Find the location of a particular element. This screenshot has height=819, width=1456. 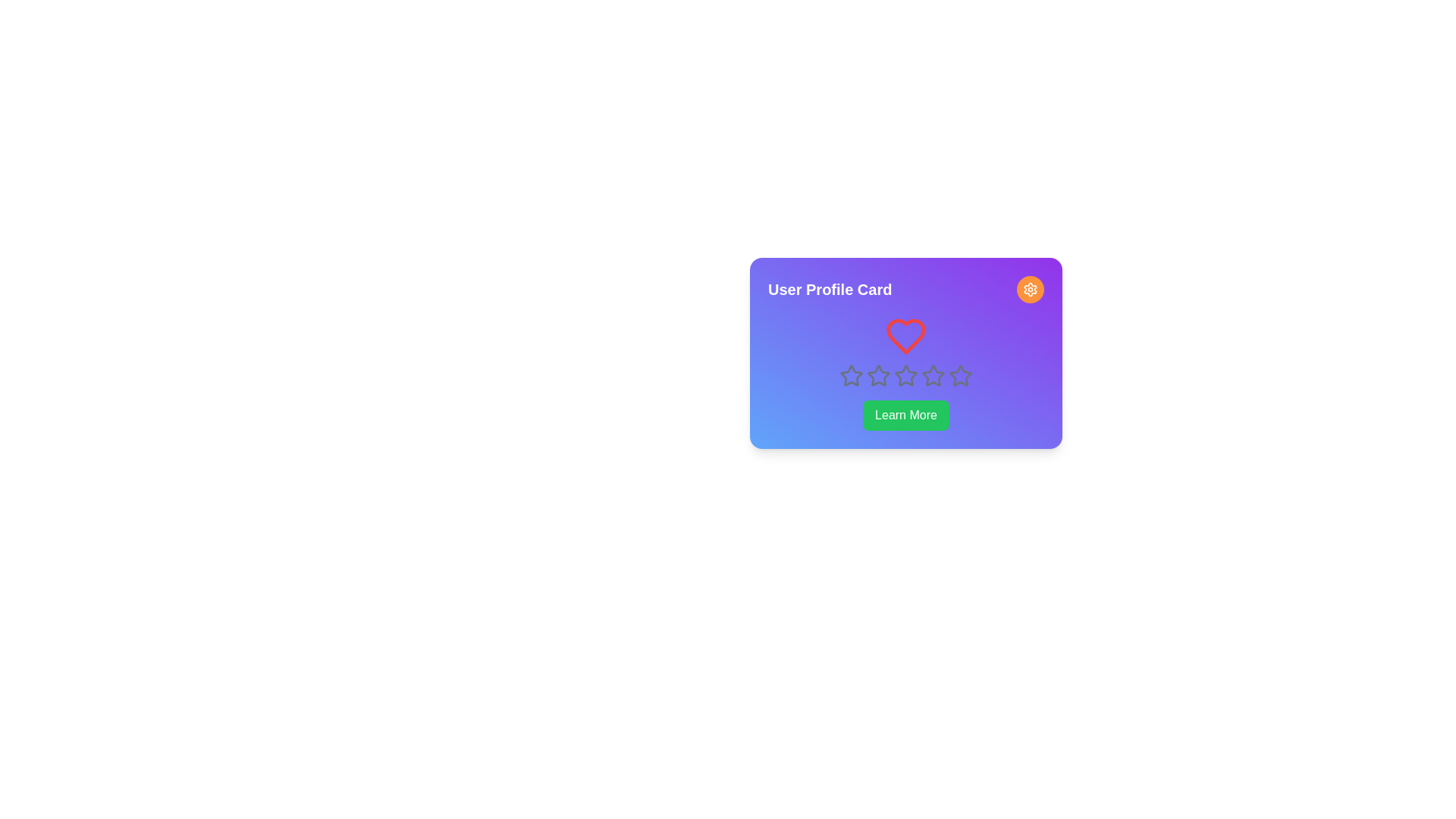

text label that says 'User Profile Card', which is prominently displayed in bold at the top of the section is located at coordinates (829, 289).